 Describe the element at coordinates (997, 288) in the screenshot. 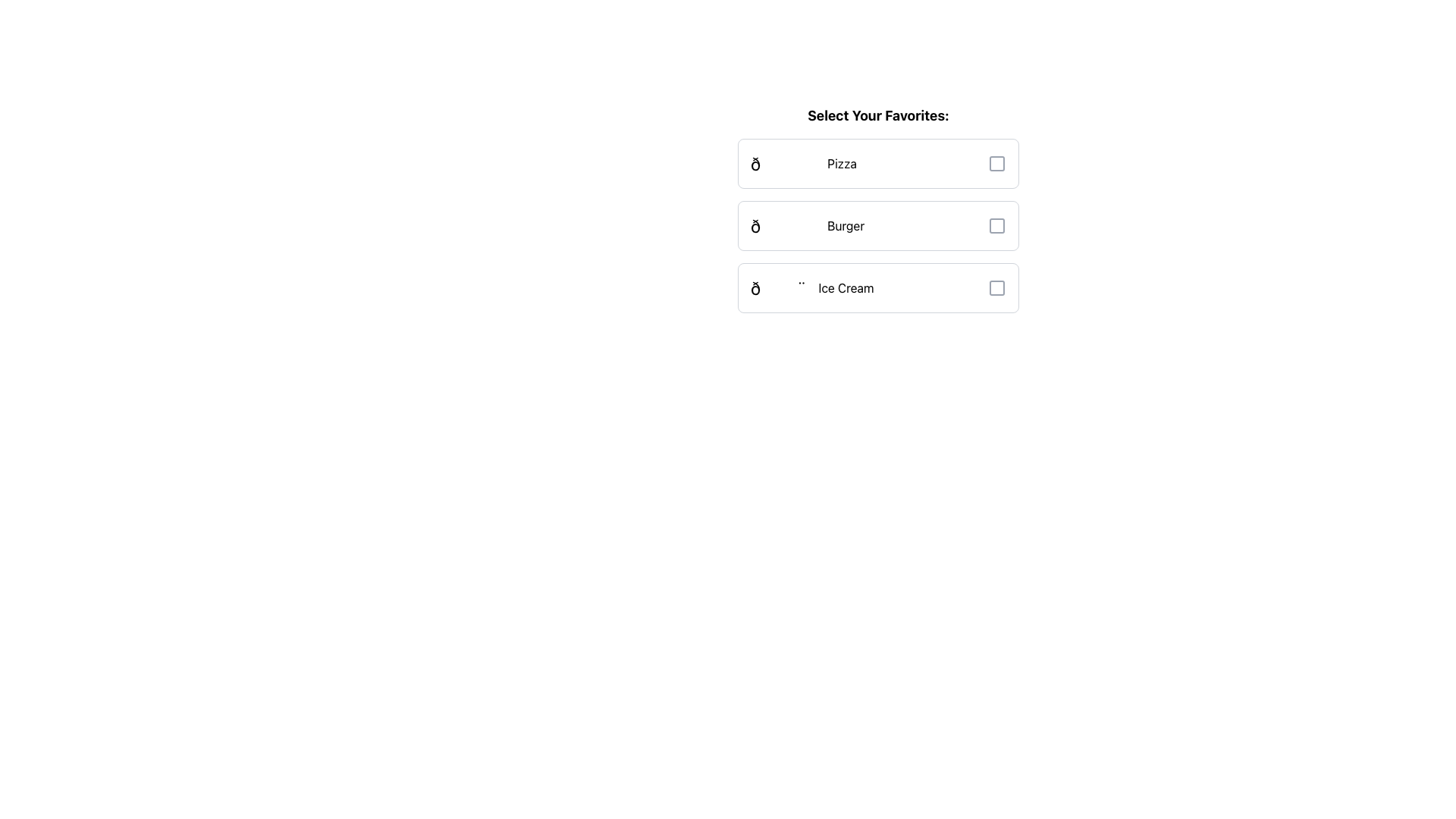

I see `the small square SVG graphic with rounded corners, styled with a stroke of 'currentColor' and a fill of 'none', located at the far-right of the 'Ice Cream' list item` at that location.